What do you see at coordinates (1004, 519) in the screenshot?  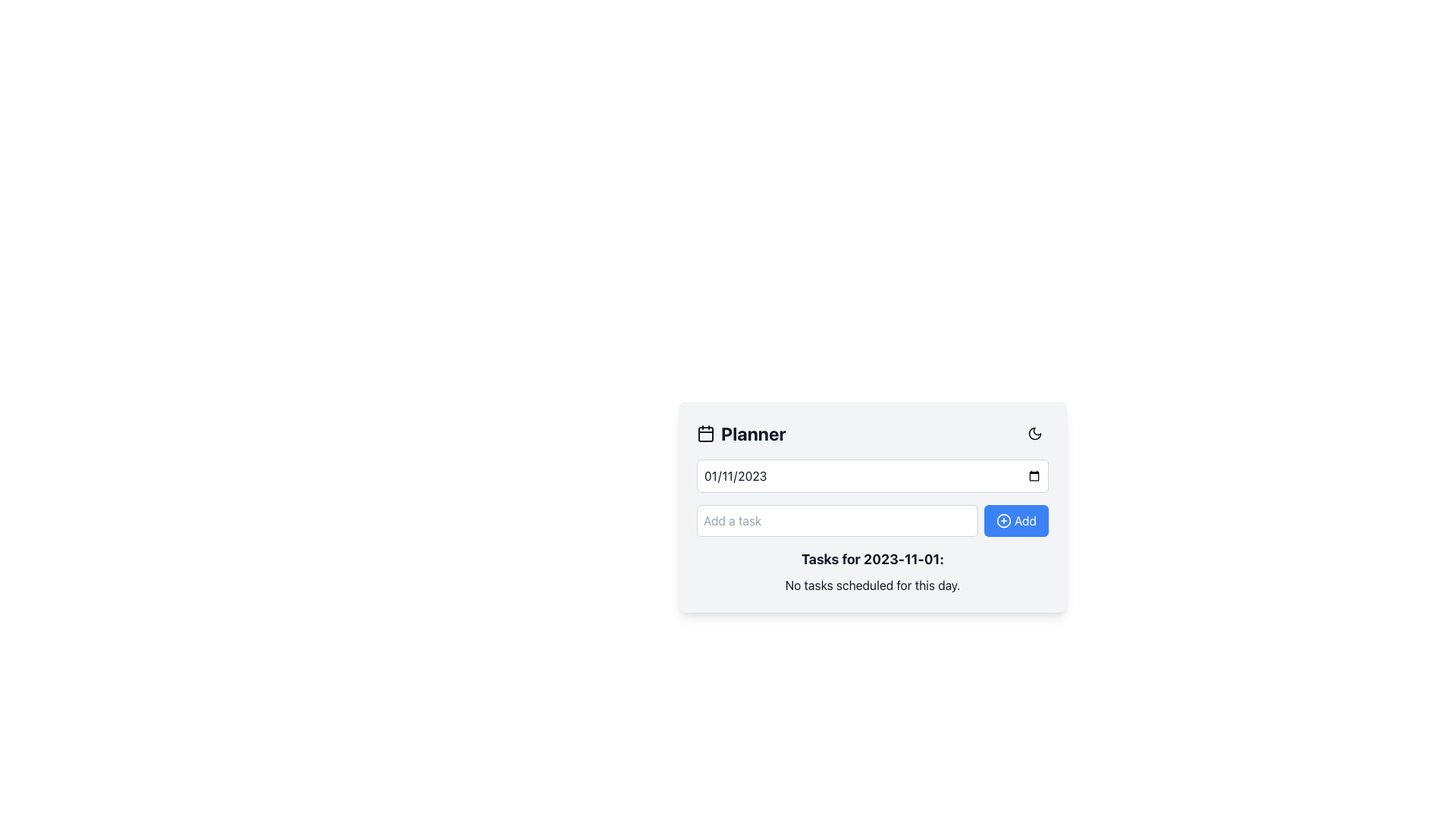 I see `the 'add' icon located to the left of the 'Add' label in the bottom right button of the planner section` at bounding box center [1004, 519].